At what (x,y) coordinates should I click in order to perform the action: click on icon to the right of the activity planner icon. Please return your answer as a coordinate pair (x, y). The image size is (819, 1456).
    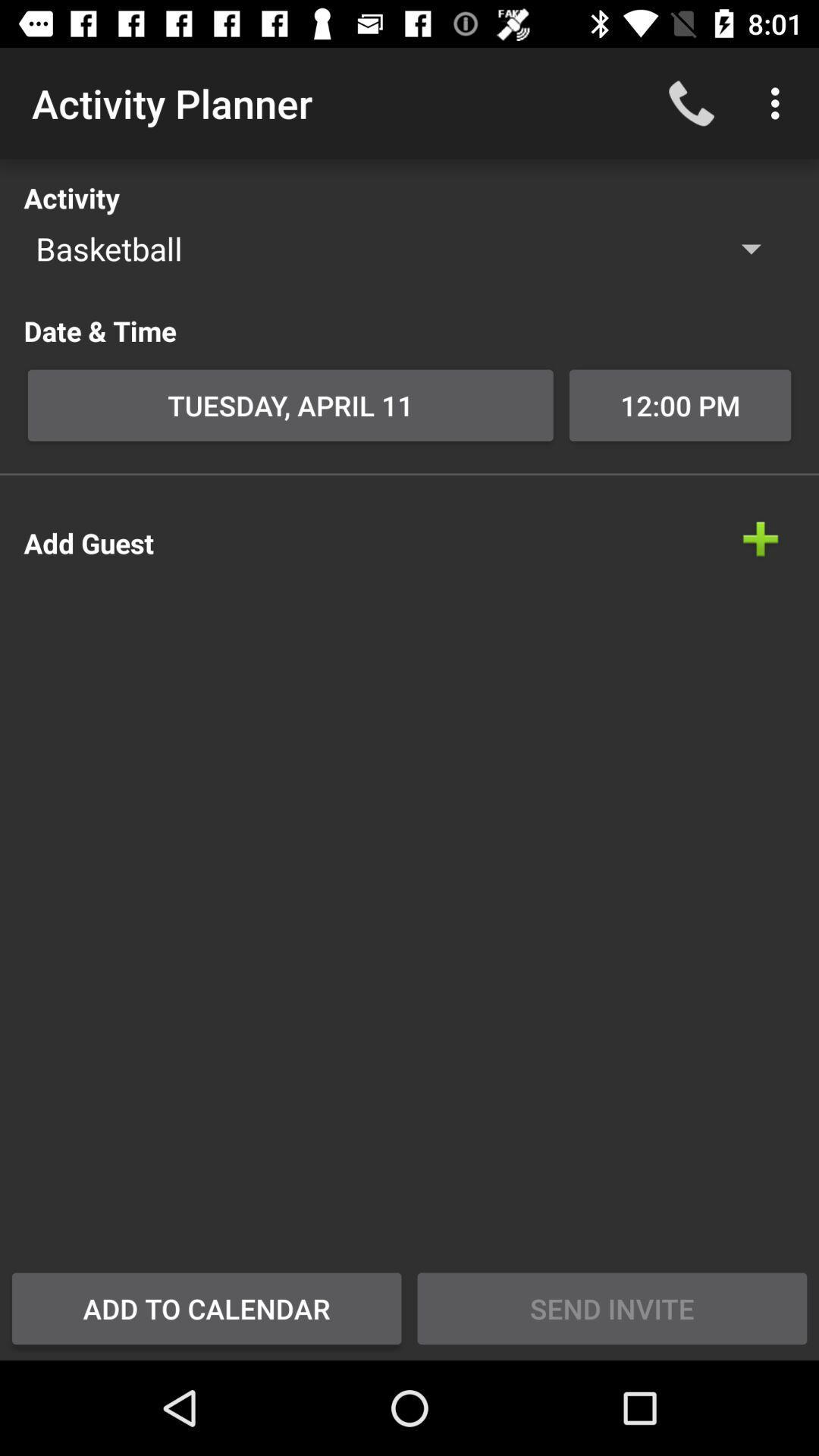
    Looking at the image, I should click on (691, 102).